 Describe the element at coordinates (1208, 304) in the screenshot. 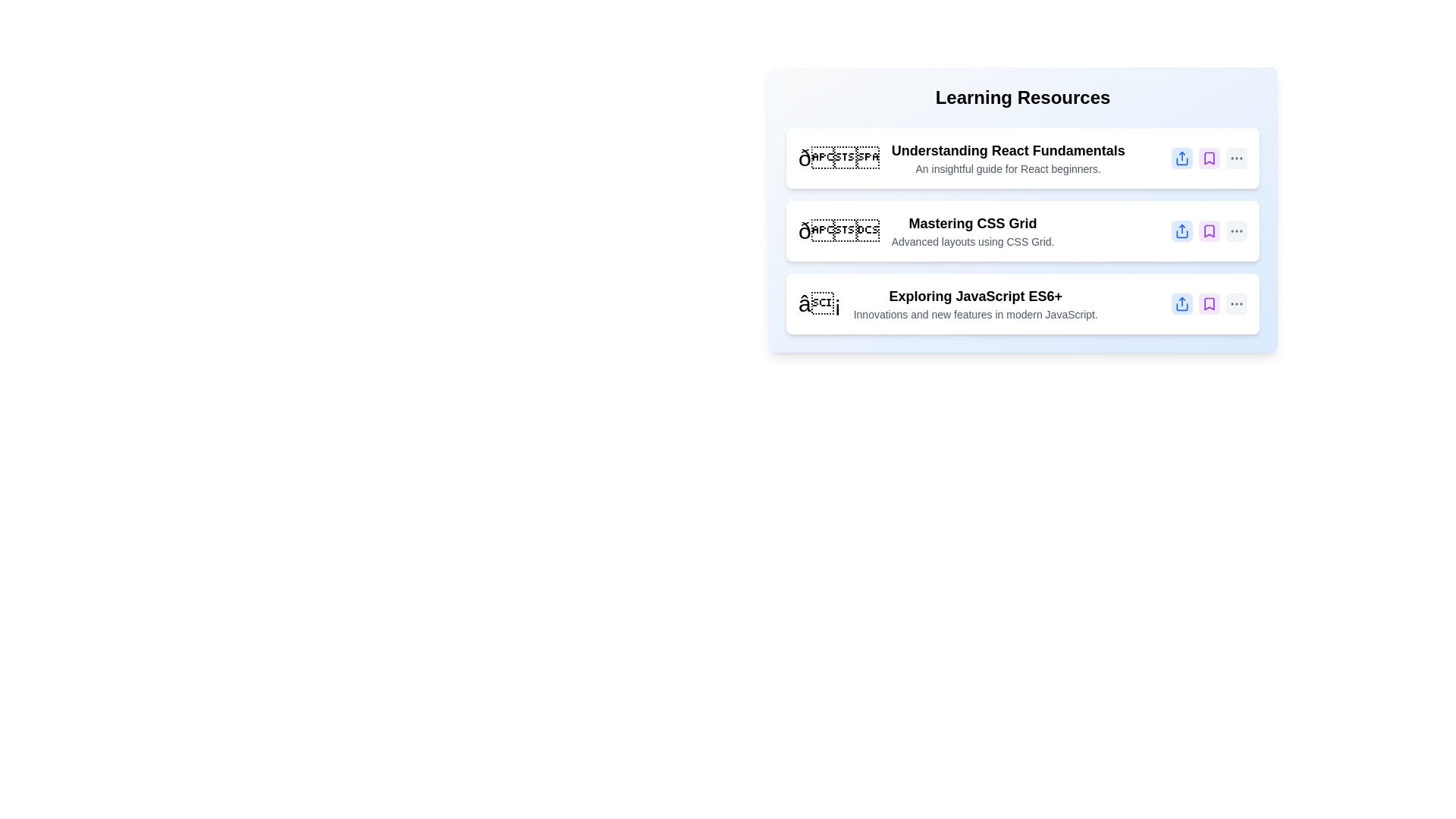

I see `bookmark button for the item titled 'Exploring JavaScript ES6+'` at that location.